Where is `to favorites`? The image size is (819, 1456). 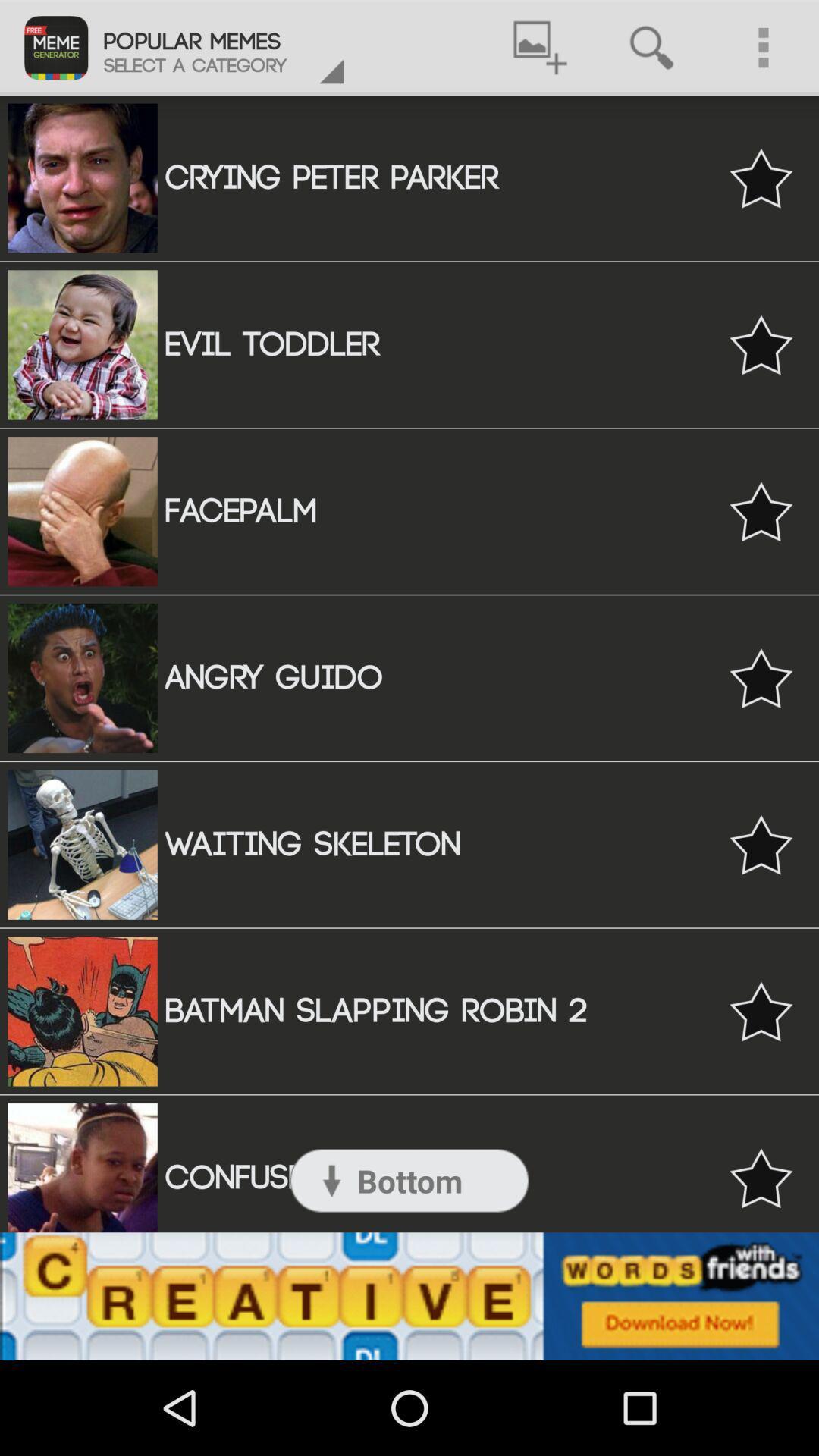 to favorites is located at coordinates (761, 344).